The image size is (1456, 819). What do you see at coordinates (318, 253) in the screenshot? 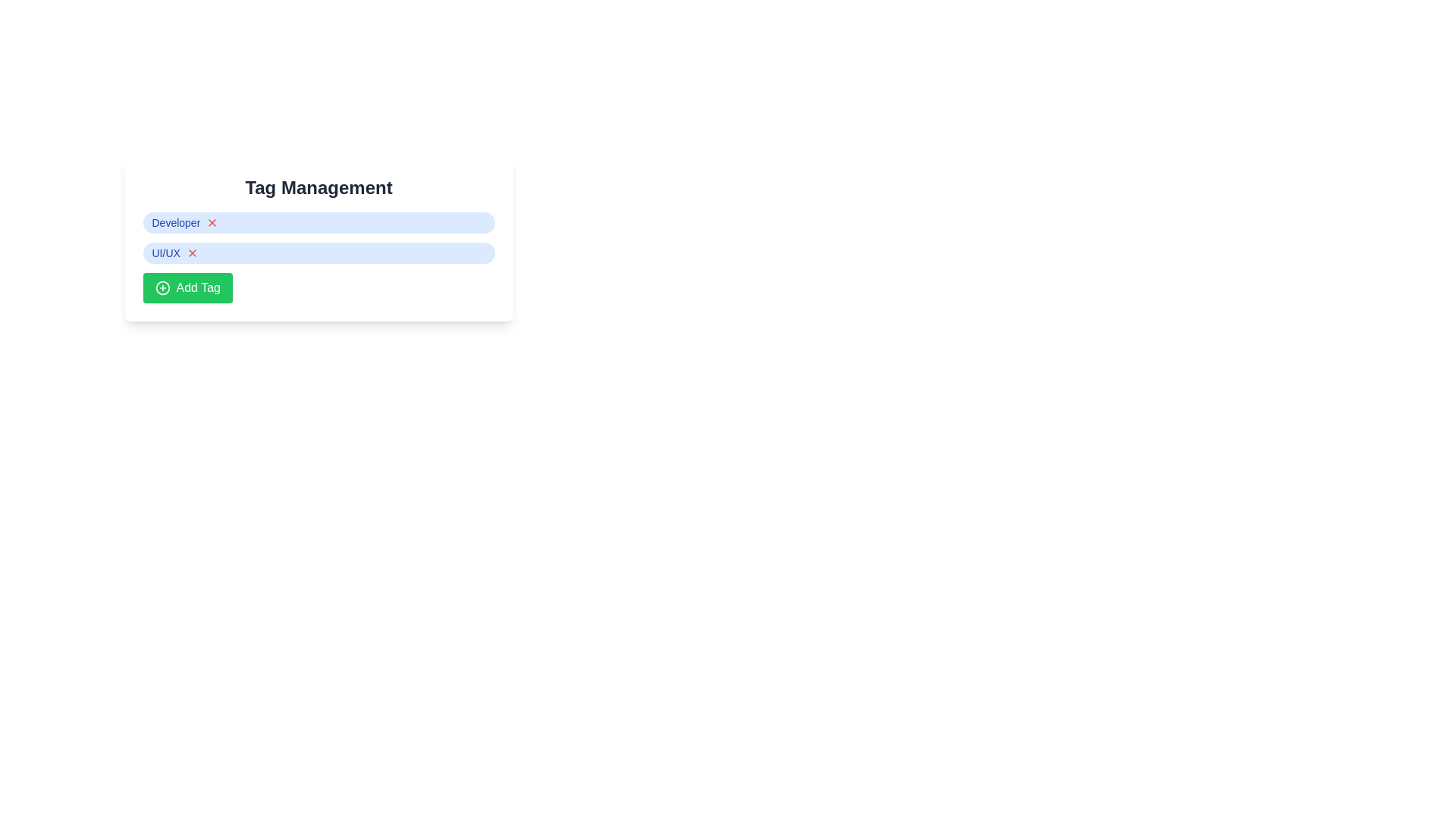
I see `the second tag in the 'Tag Management' section` at bounding box center [318, 253].